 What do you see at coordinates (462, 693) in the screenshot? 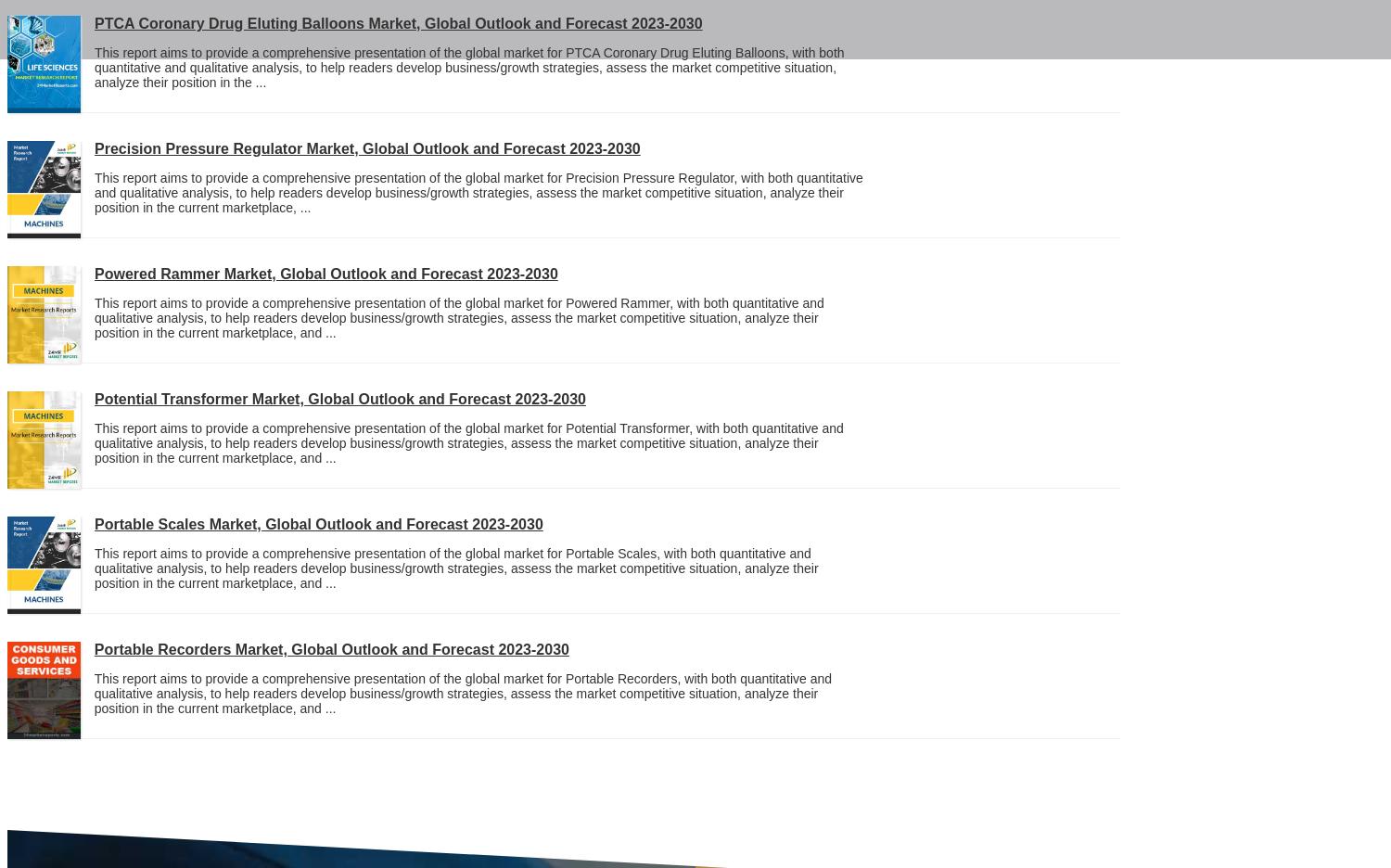
I see `'This report aims to provide a comprehensive presentation of the global market for Portable Recorders, with both quantitative and qualitative analysis, to help readers develop business/growth strategies, assess the market competitive situation, analyze their position in the current marketplace, and ...'` at bounding box center [462, 693].